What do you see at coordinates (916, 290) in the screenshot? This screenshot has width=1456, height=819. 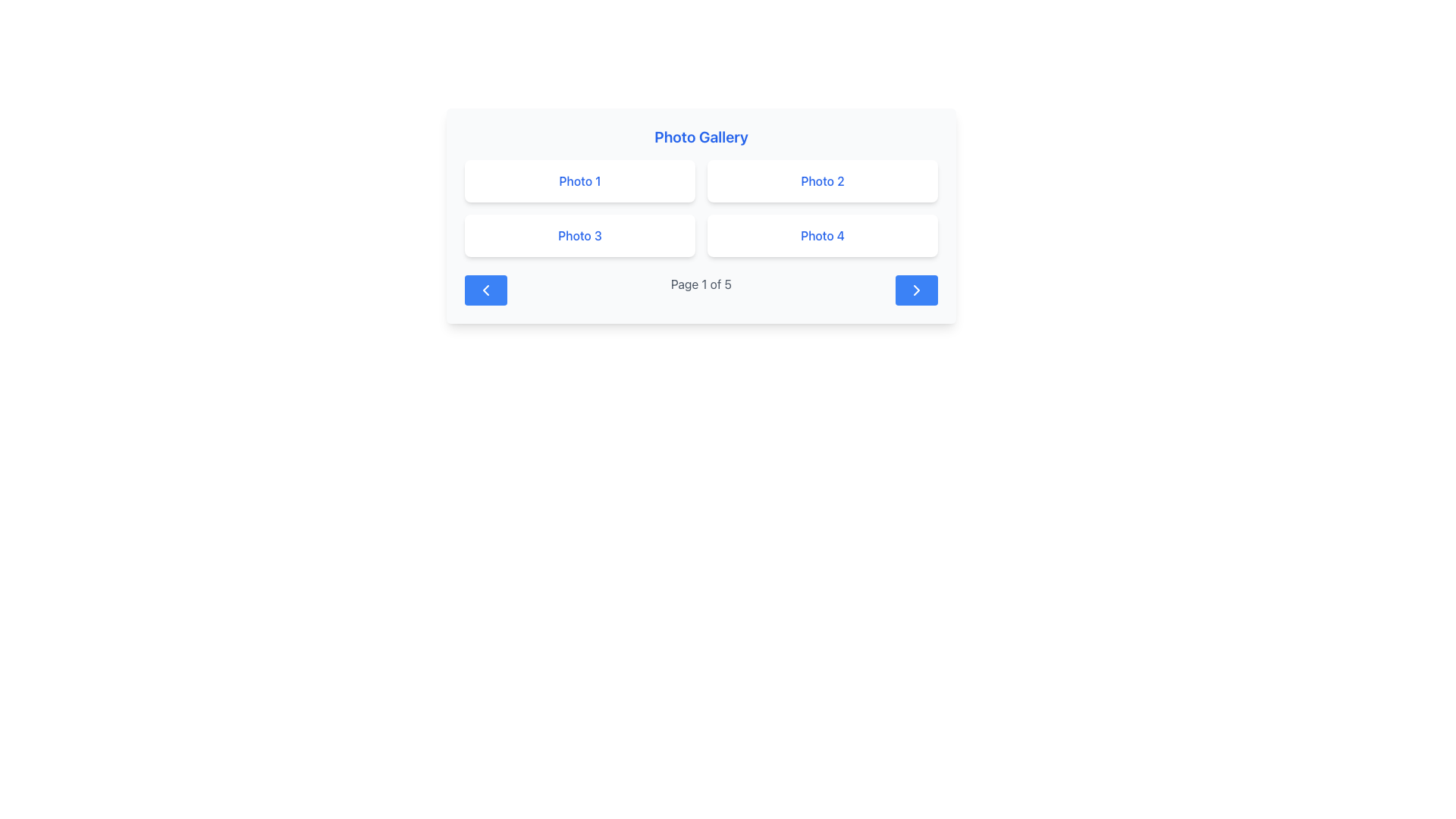 I see `the navigation icon located inside the right-aligned blue button of the pagination control bar, which facilitates navigation to the next page` at bounding box center [916, 290].